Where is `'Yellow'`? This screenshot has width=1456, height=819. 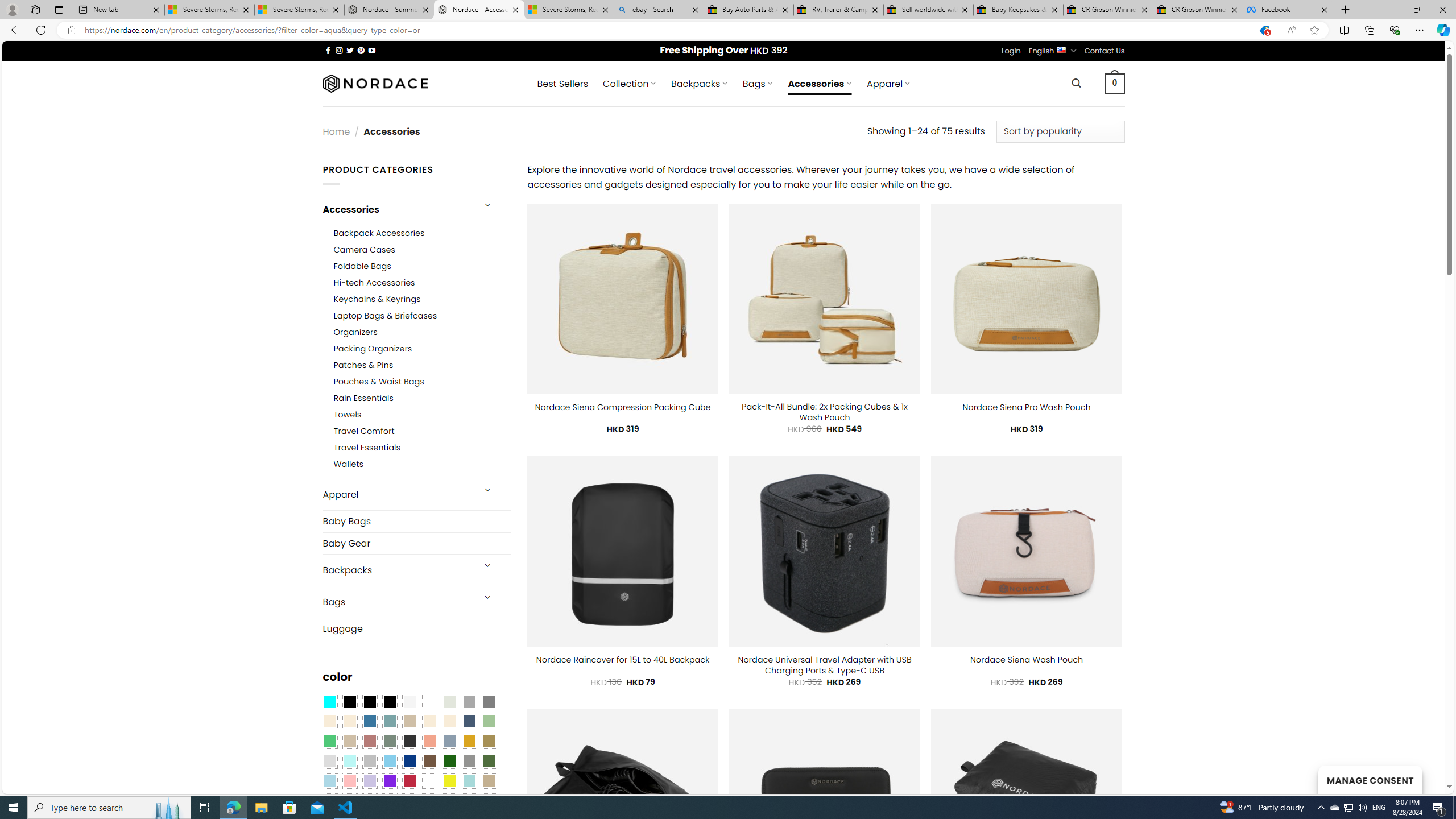 'Yellow' is located at coordinates (449, 780).